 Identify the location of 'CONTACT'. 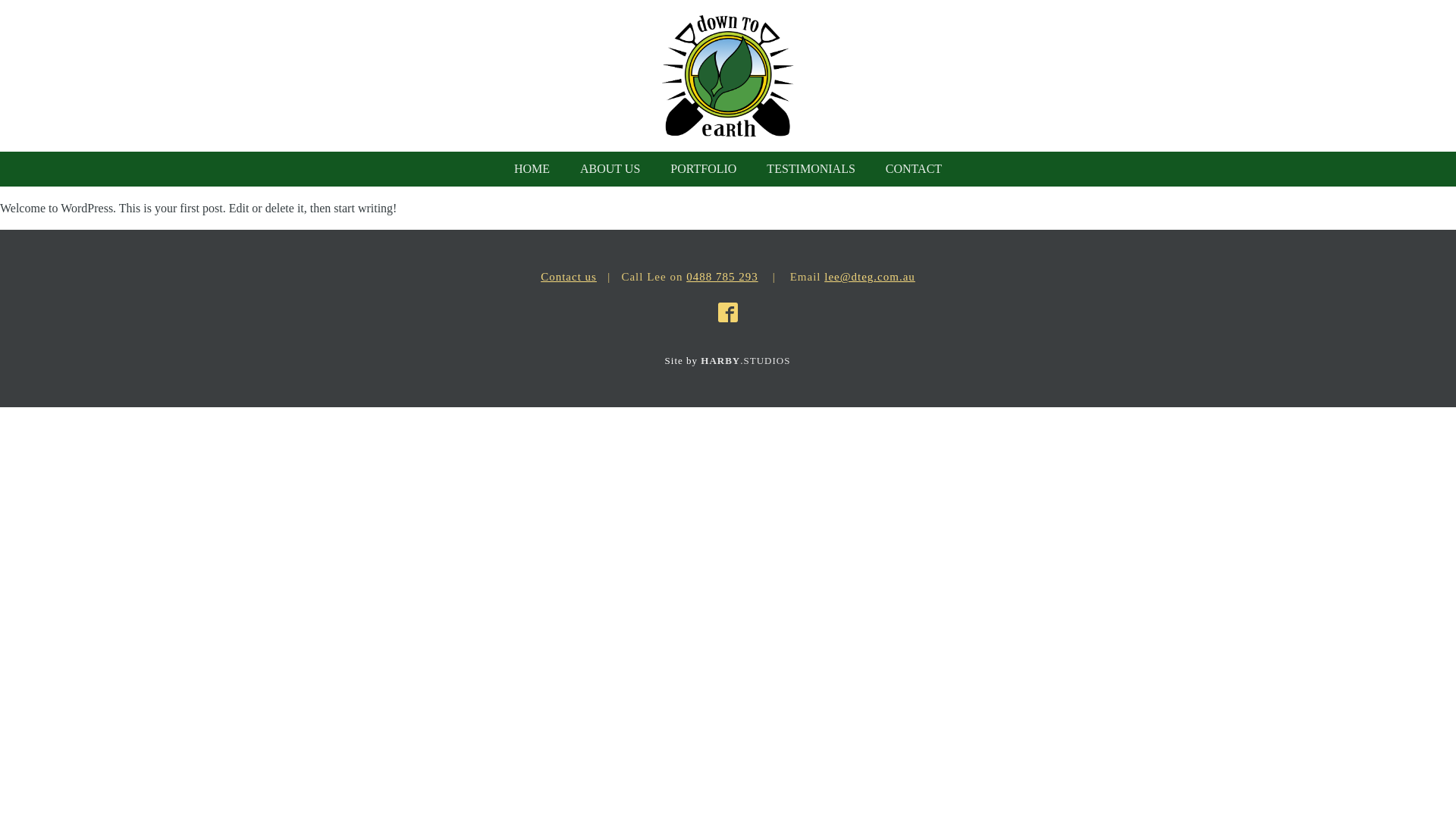
(912, 169).